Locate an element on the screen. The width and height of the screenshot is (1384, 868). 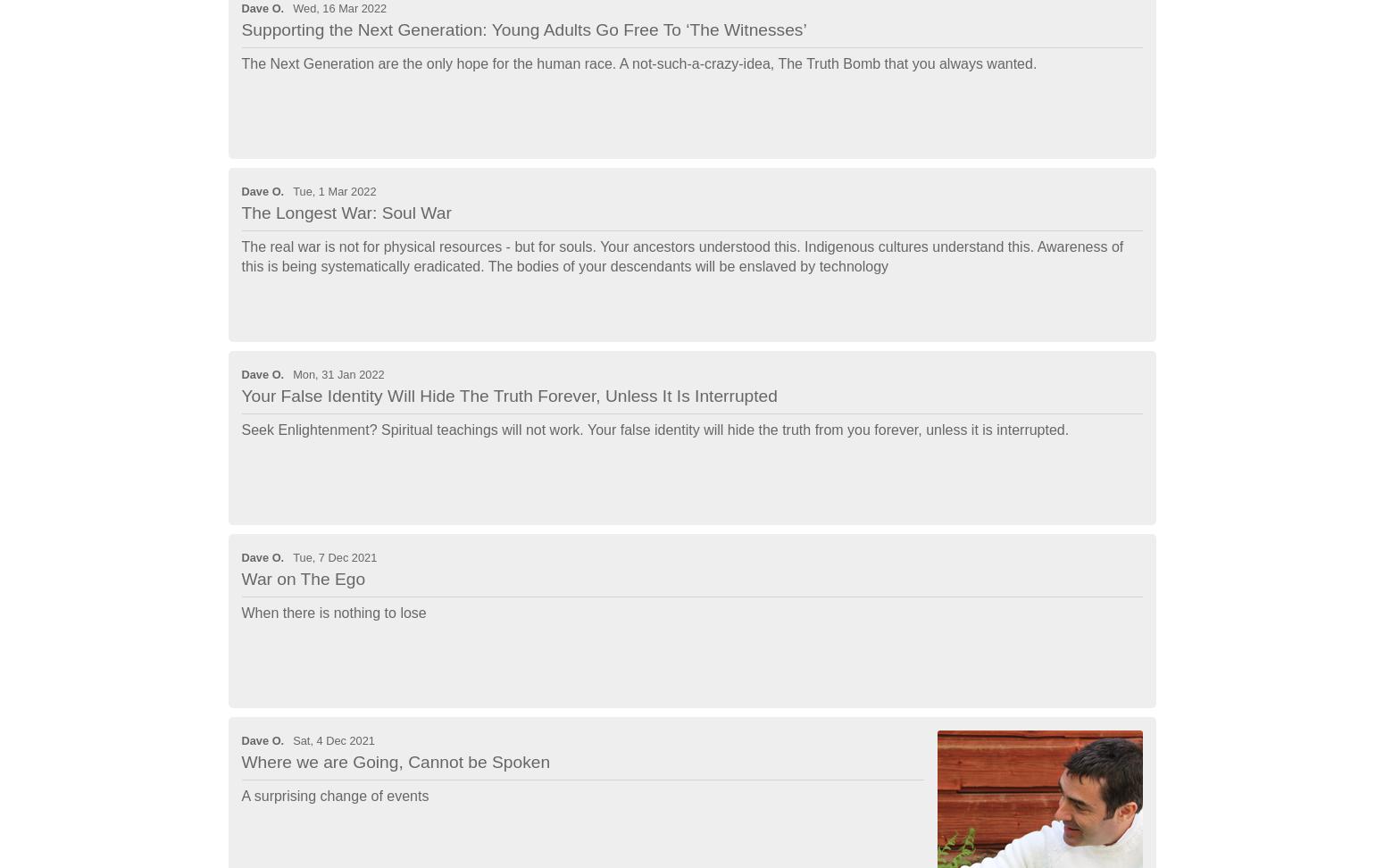
'Mon, 31 Jan 2022' is located at coordinates (337, 374).